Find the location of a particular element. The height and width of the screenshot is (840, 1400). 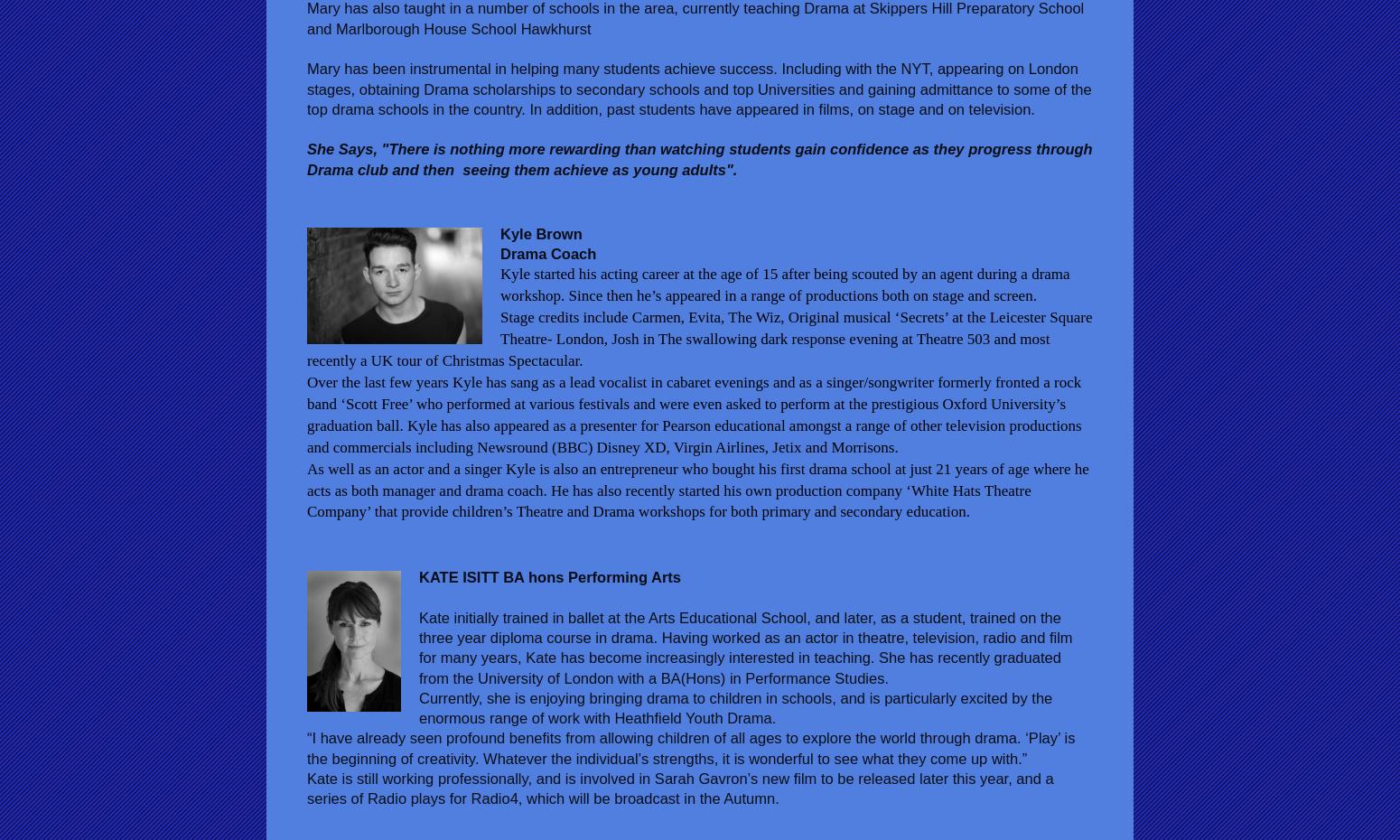

'KATE ISITT BA hons Performing Arts' is located at coordinates (549, 576).